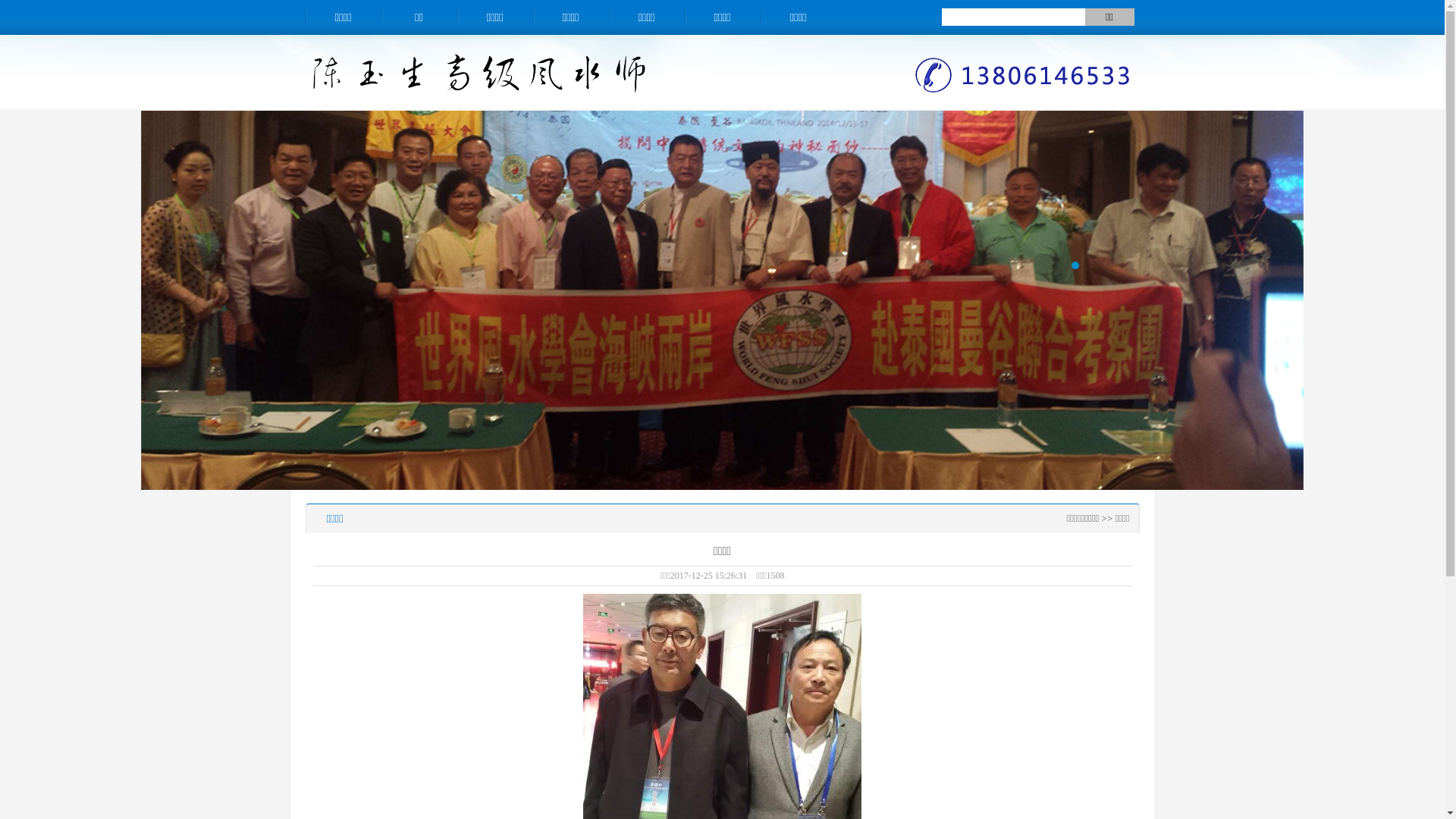 The image size is (1456, 819). I want to click on '1', so click(1069, 265).